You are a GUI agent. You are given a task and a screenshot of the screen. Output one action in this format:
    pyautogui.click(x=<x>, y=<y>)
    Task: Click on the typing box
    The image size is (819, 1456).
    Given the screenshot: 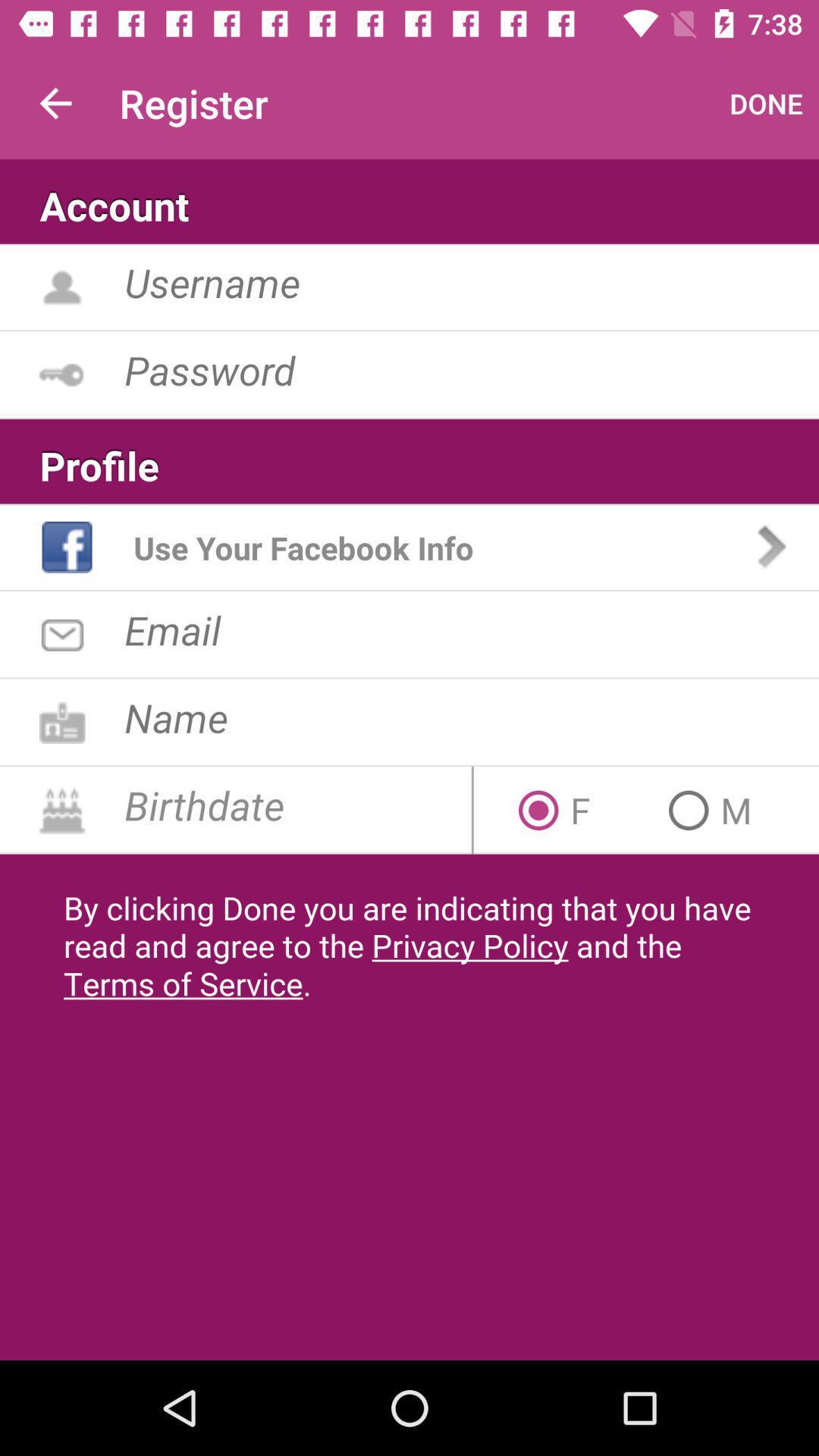 What is the action you would take?
    pyautogui.click(x=471, y=282)
    